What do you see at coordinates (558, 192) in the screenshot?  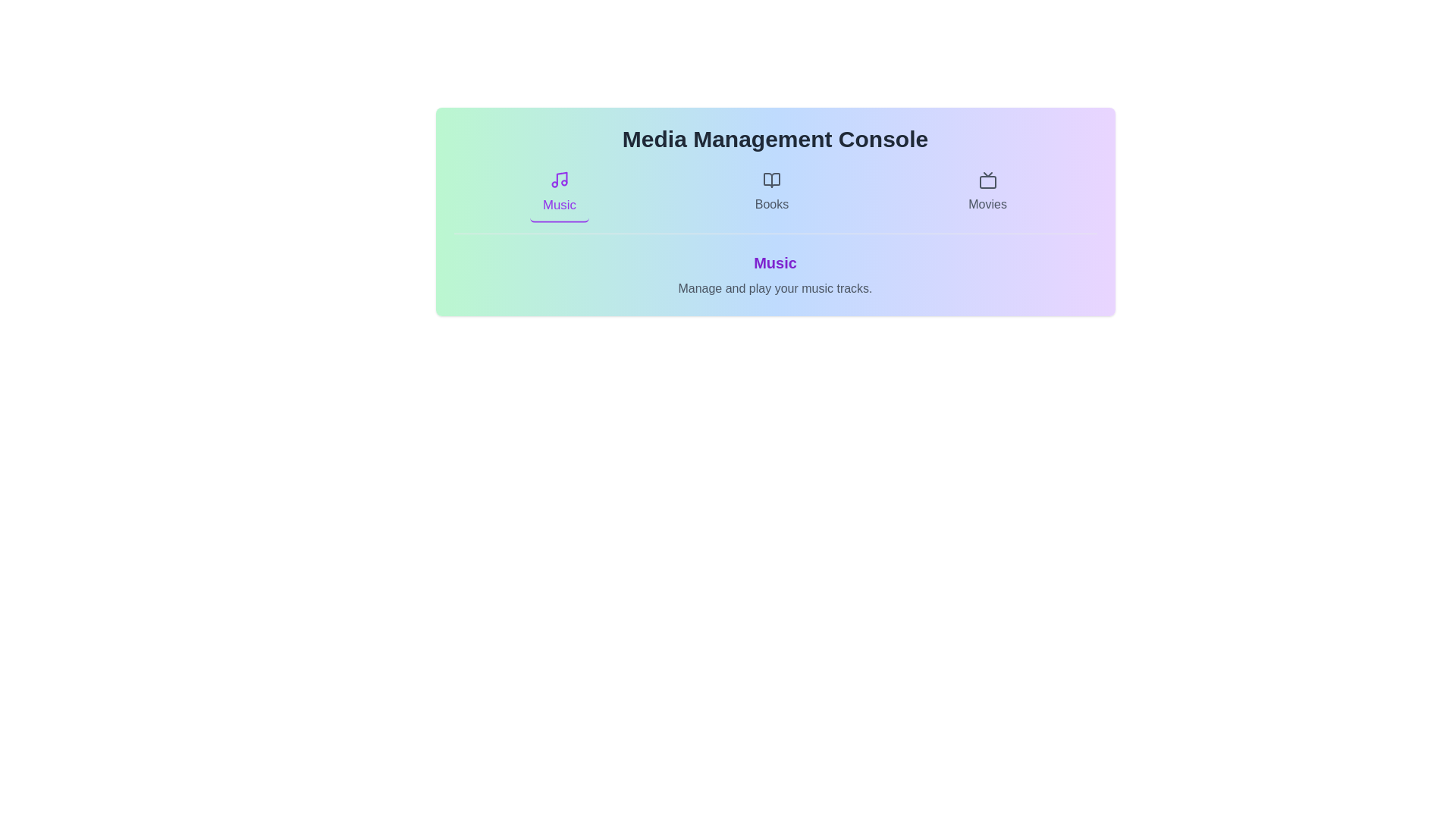 I see `the tab Music from the available tabs` at bounding box center [558, 192].